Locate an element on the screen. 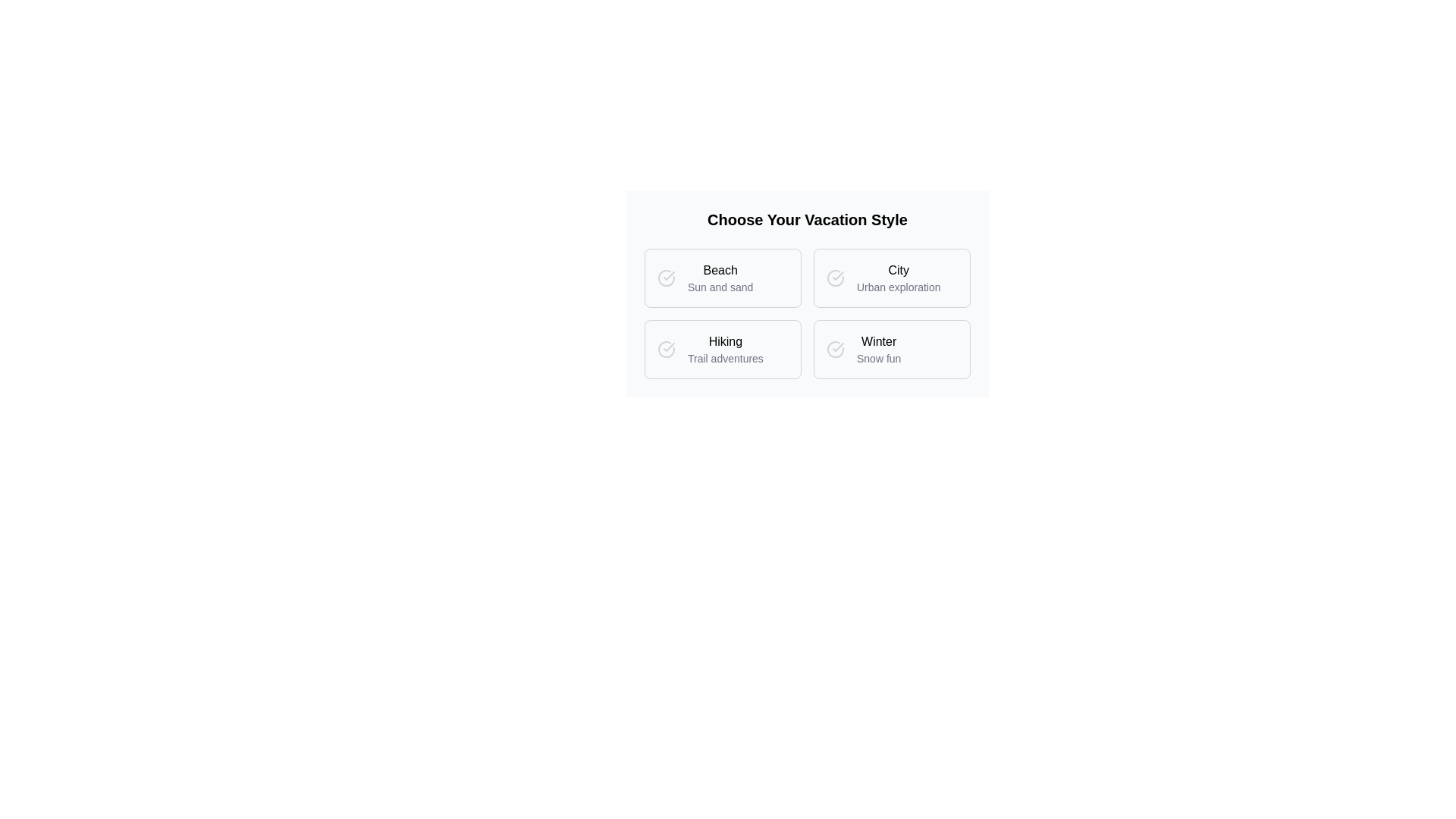  the descriptive text label located below the 'Hiking' title in the bottom-left quadrant of the grid layout is located at coordinates (724, 359).